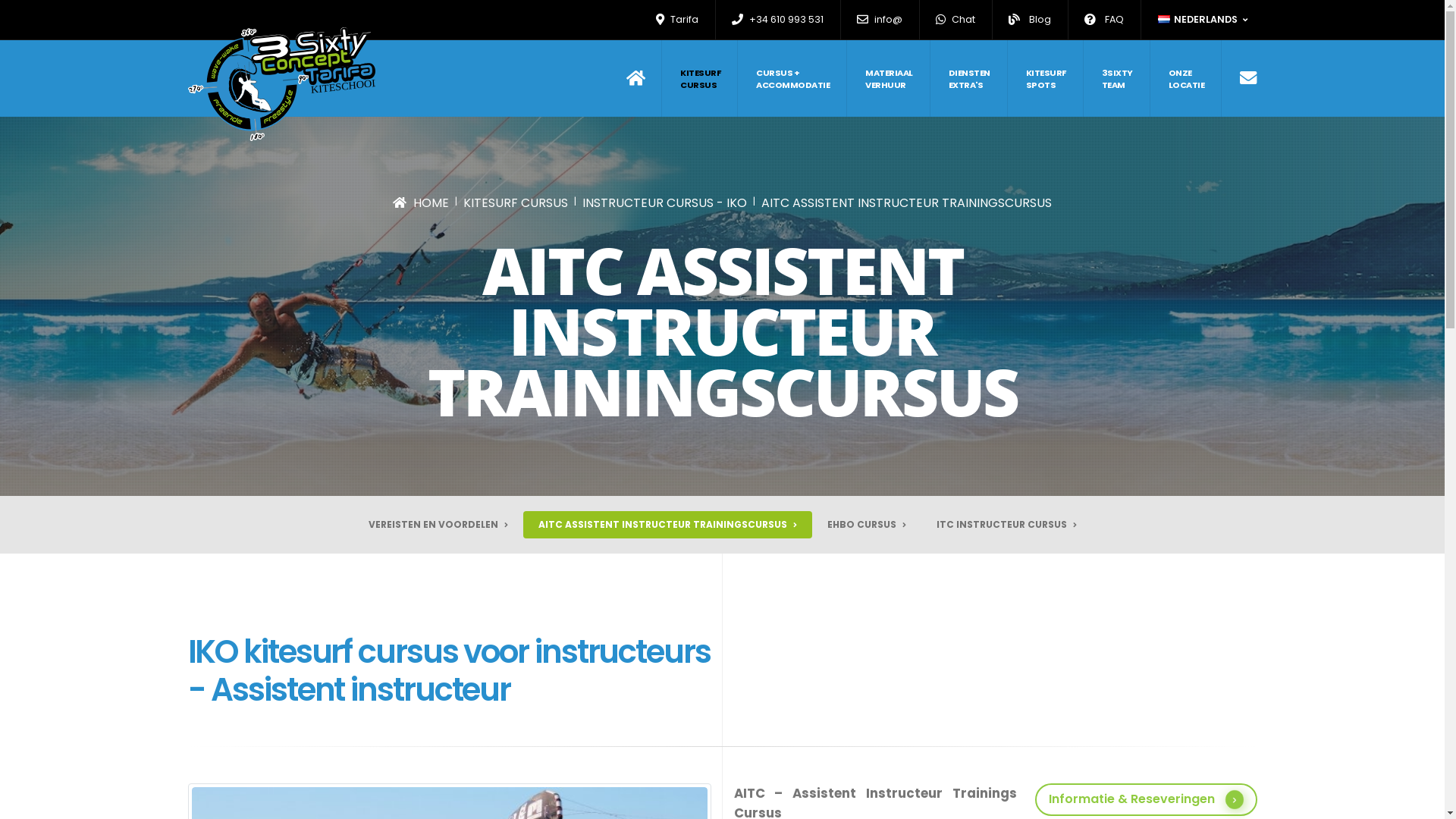 This screenshot has width=1456, height=819. What do you see at coordinates (889, 78) in the screenshot?
I see `'MATERIAAL VERHUUR'` at bounding box center [889, 78].